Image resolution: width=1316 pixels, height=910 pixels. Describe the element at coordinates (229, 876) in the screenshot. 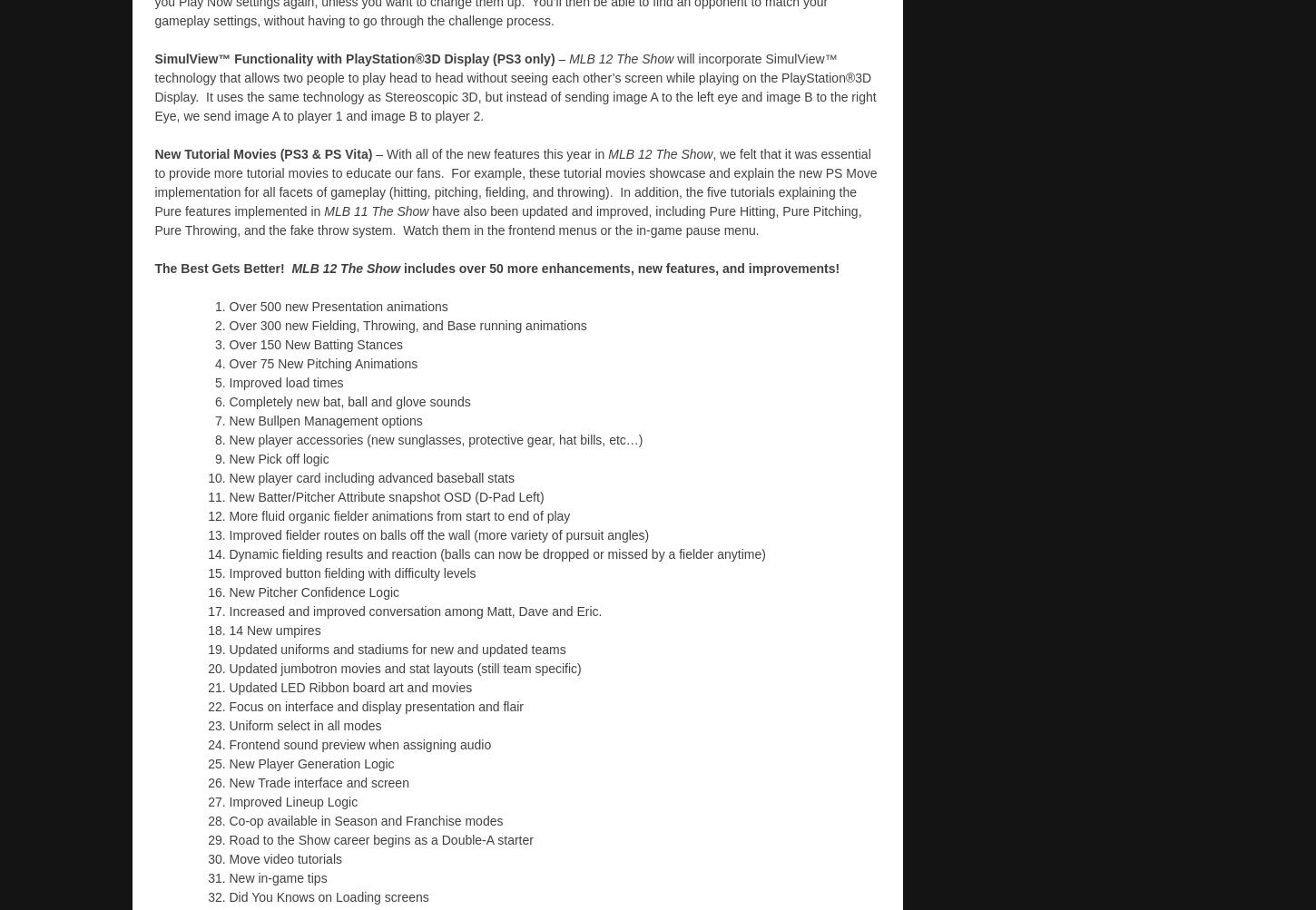

I see `'New in-game tips'` at that location.